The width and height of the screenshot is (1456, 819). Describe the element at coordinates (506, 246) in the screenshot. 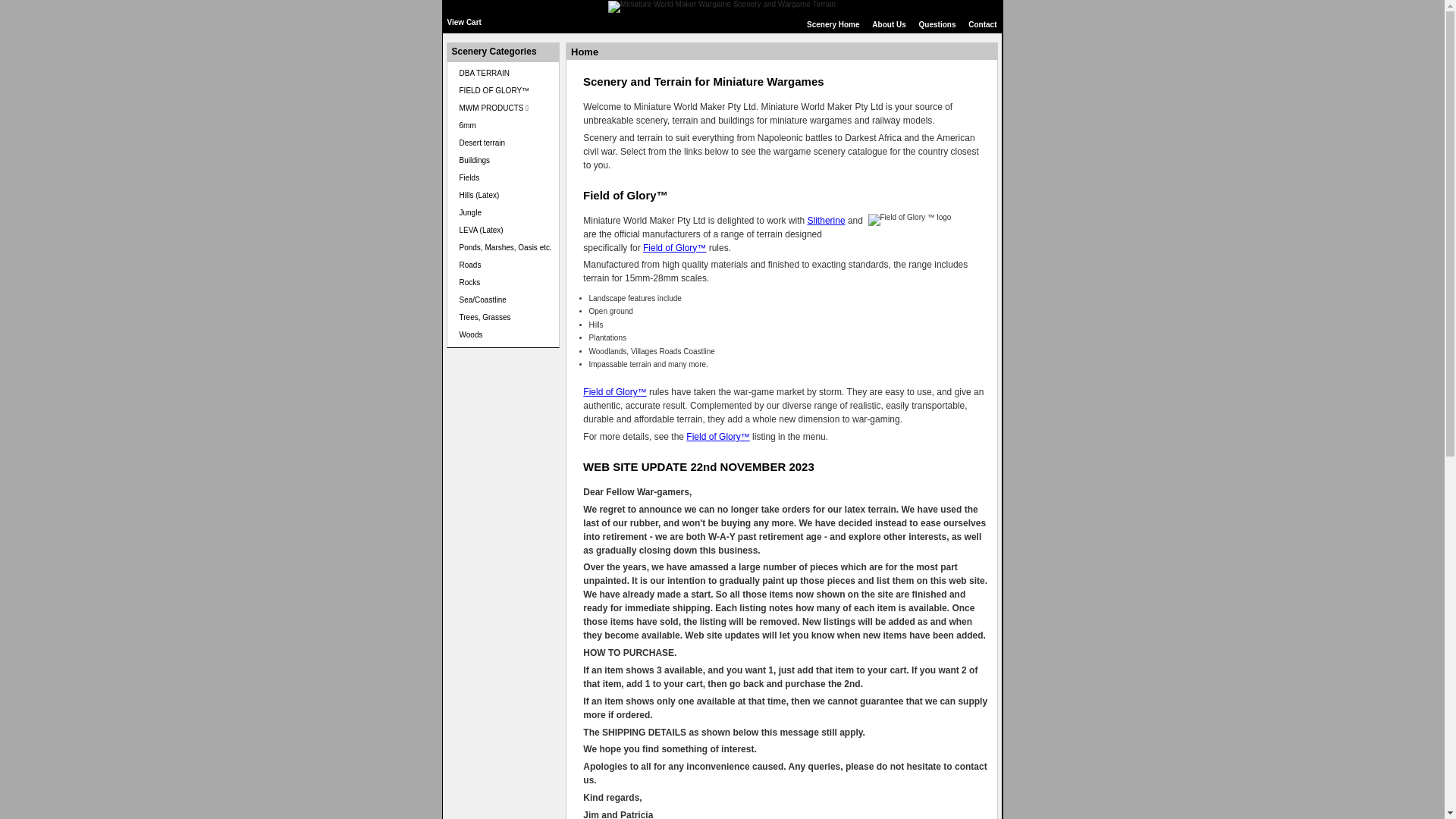

I see `'Ponds, Marshes, Oasis etc.'` at that location.